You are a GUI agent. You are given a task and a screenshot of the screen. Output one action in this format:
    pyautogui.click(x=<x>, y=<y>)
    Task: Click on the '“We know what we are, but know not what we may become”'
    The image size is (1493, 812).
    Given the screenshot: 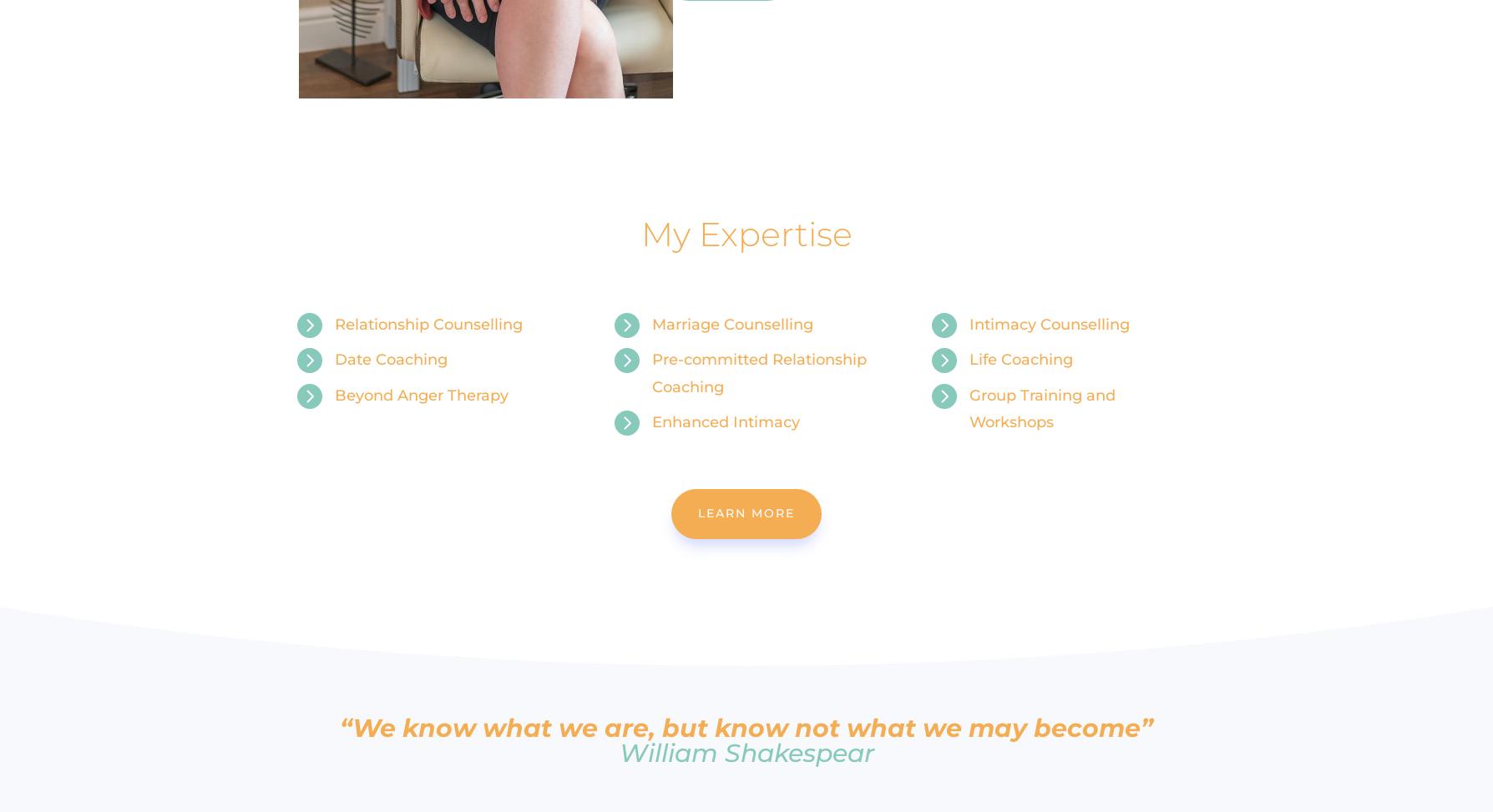 What is the action you would take?
    pyautogui.click(x=746, y=728)
    